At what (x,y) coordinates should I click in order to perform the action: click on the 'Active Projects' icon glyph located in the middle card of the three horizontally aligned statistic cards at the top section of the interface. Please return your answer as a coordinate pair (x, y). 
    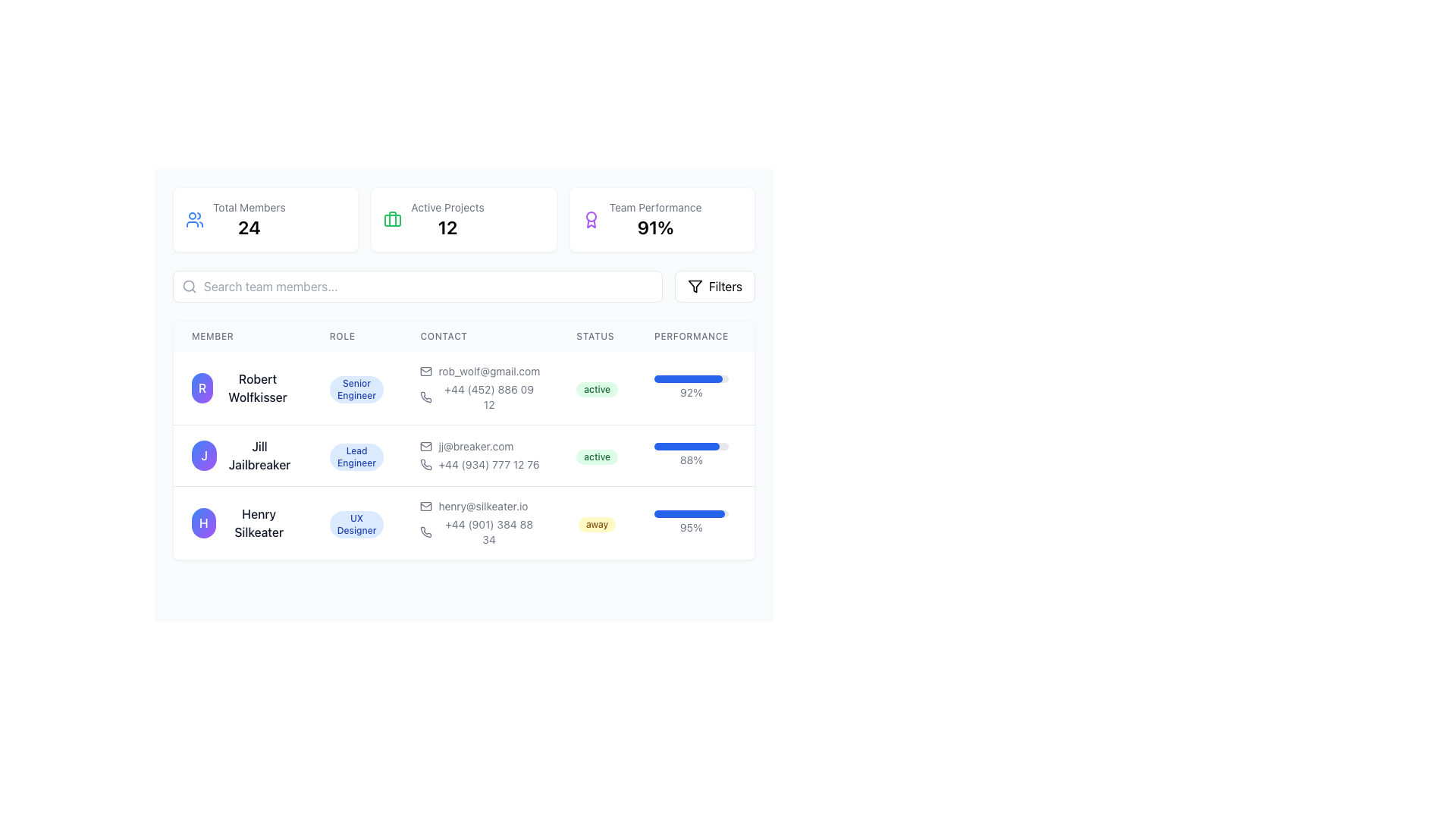
    Looking at the image, I should click on (393, 220).